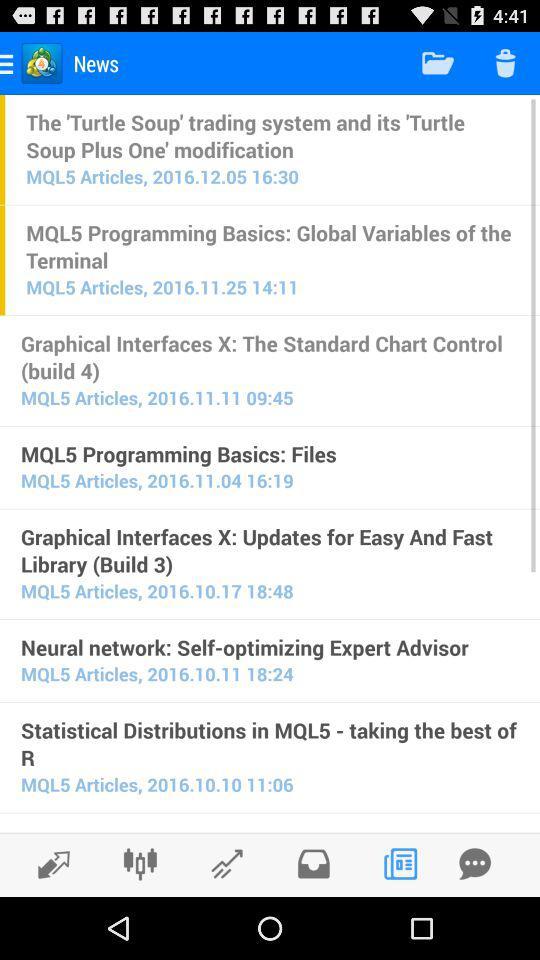 Image resolution: width=540 pixels, height=960 pixels. I want to click on the chat icon, so click(474, 924).